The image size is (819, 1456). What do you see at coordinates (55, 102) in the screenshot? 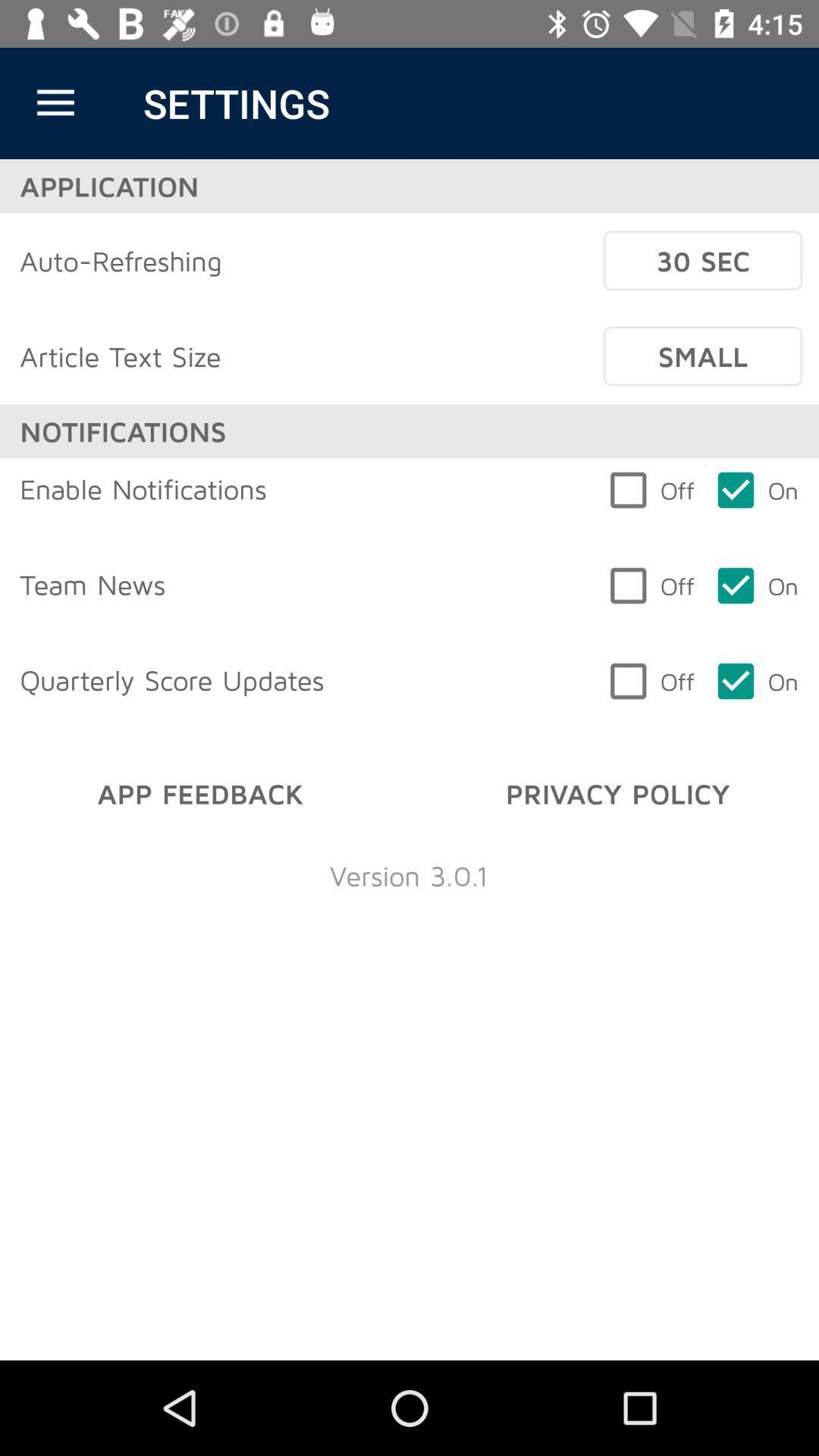
I see `the icon to the left of the settings item` at bounding box center [55, 102].